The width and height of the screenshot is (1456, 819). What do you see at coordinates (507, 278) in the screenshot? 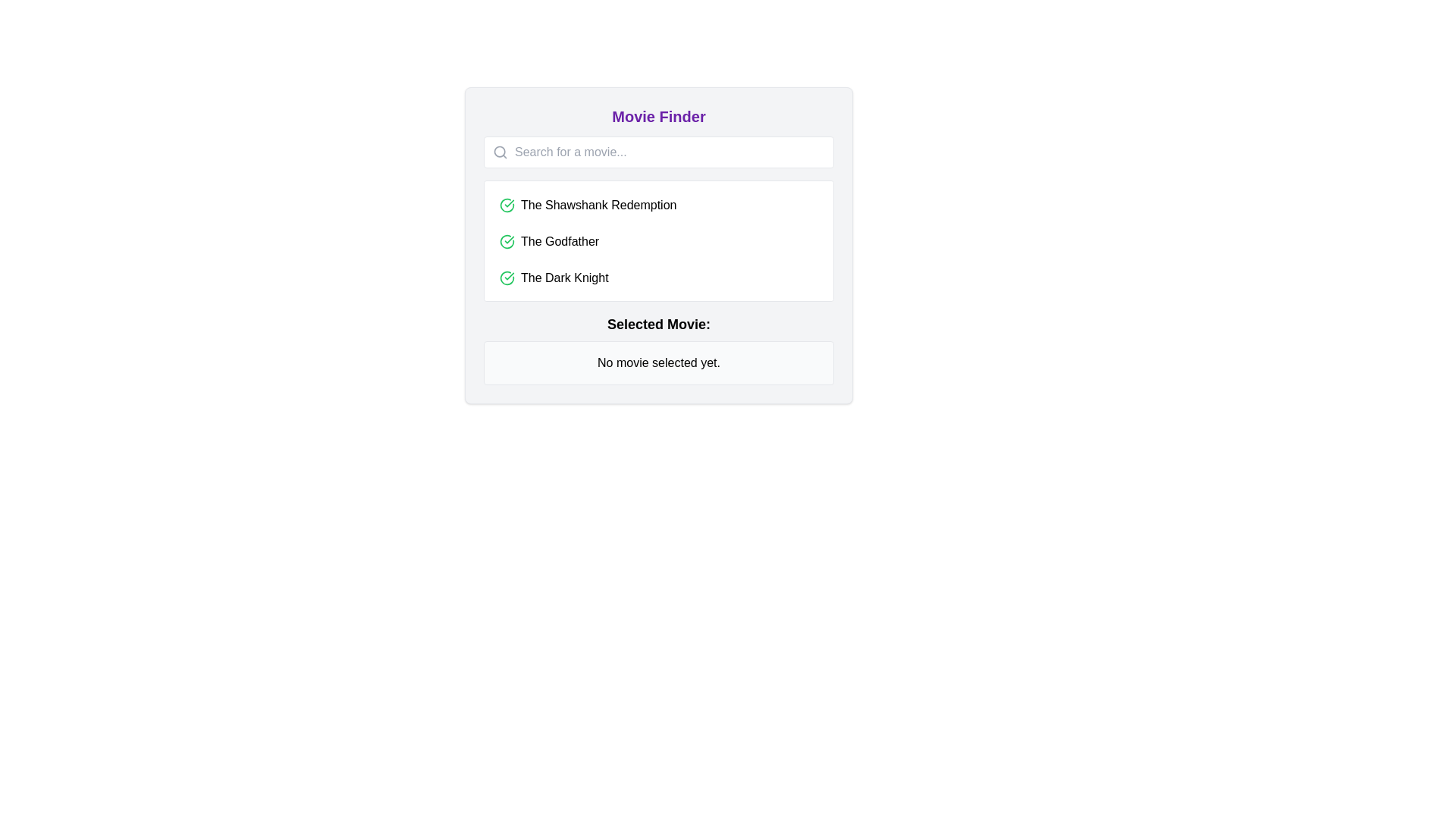
I see `the circular green outlined icon with a checkmark for 'The Dark Knight'` at bounding box center [507, 278].